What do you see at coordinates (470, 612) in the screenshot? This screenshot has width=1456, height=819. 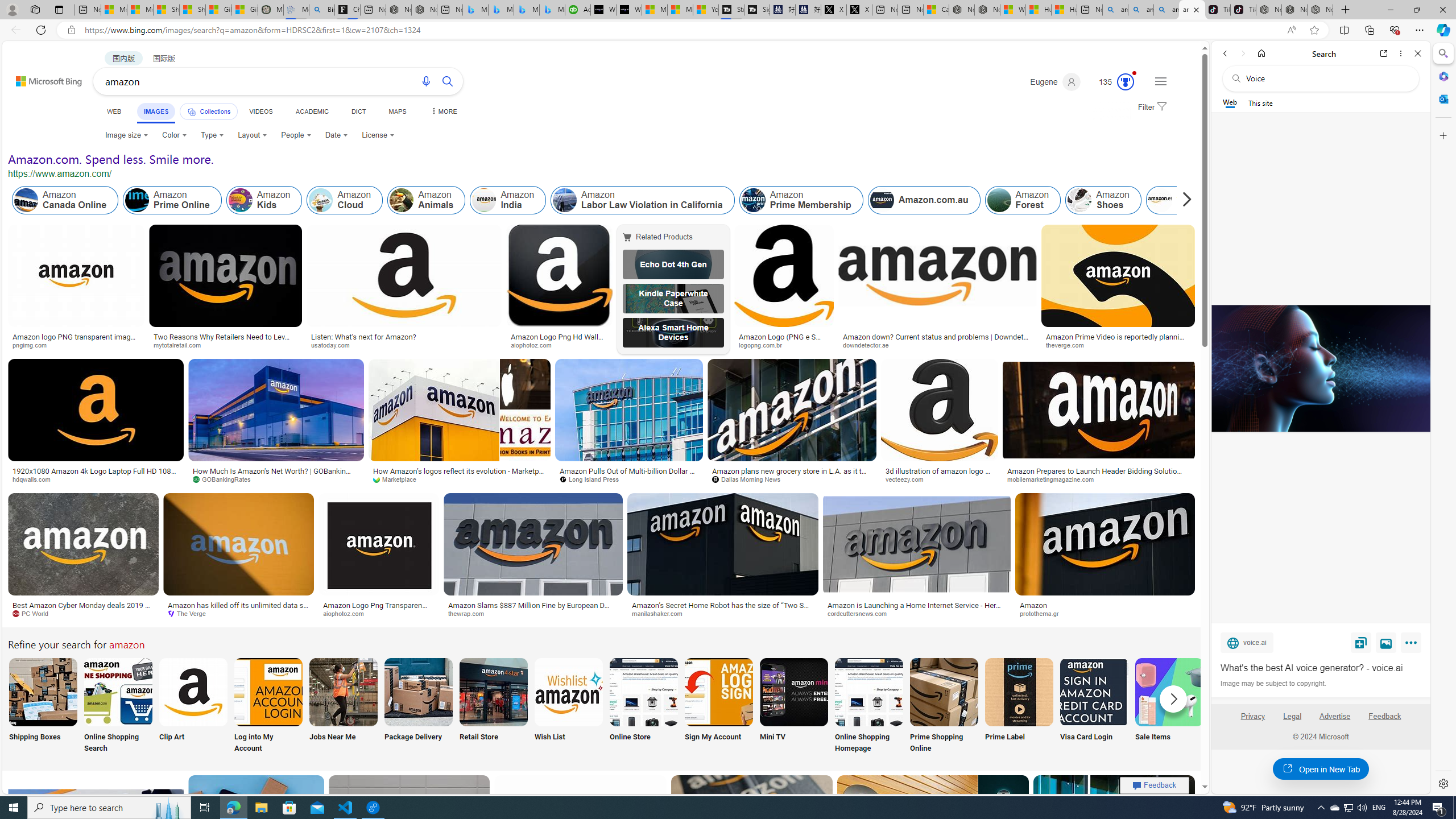 I see `'thewrap.com'` at bounding box center [470, 612].